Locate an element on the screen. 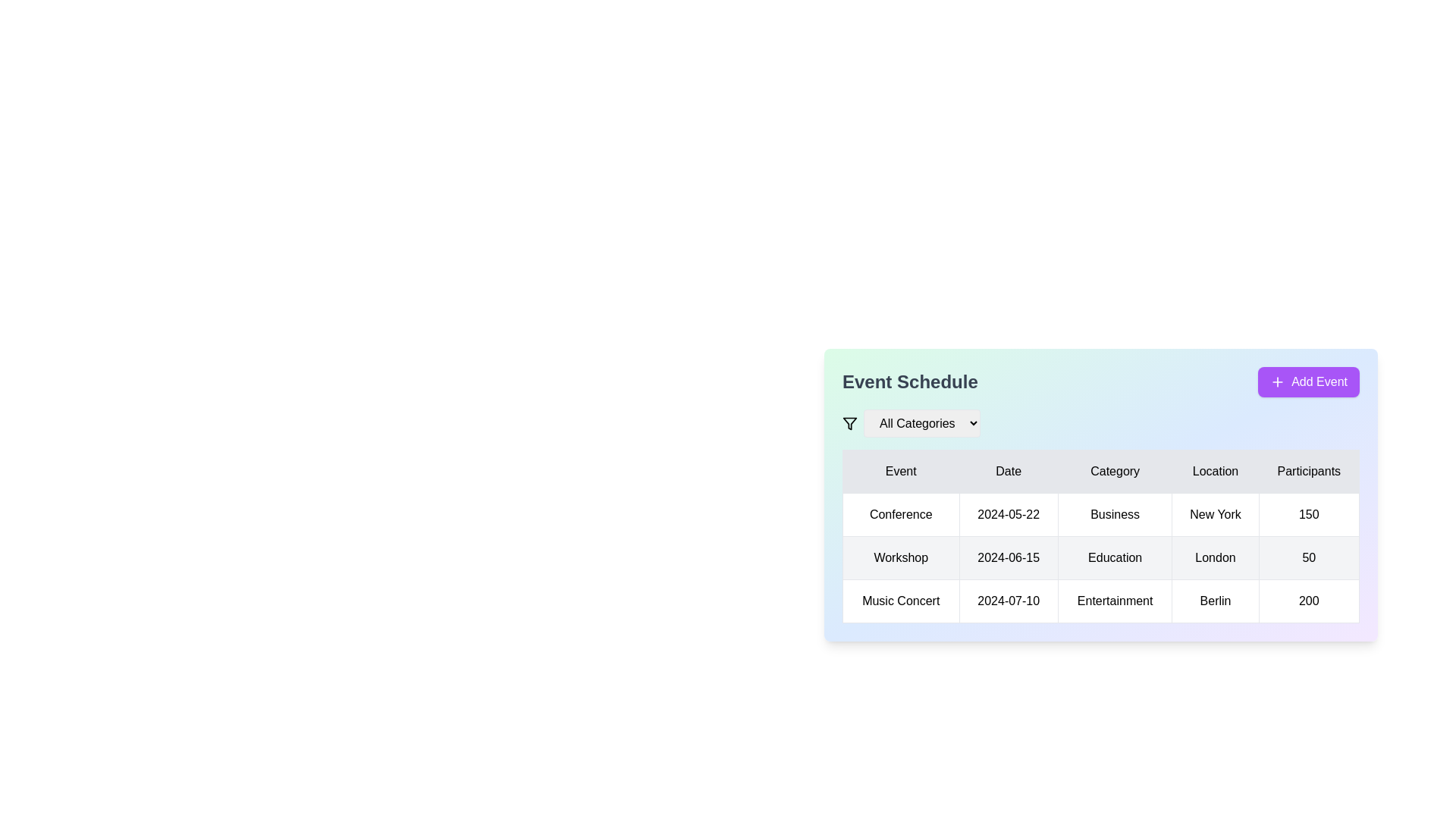 This screenshot has width=1456, height=819. the static text element that serves as the label for the type of event in the first column of the first row under the 'Event' header is located at coordinates (901, 513).